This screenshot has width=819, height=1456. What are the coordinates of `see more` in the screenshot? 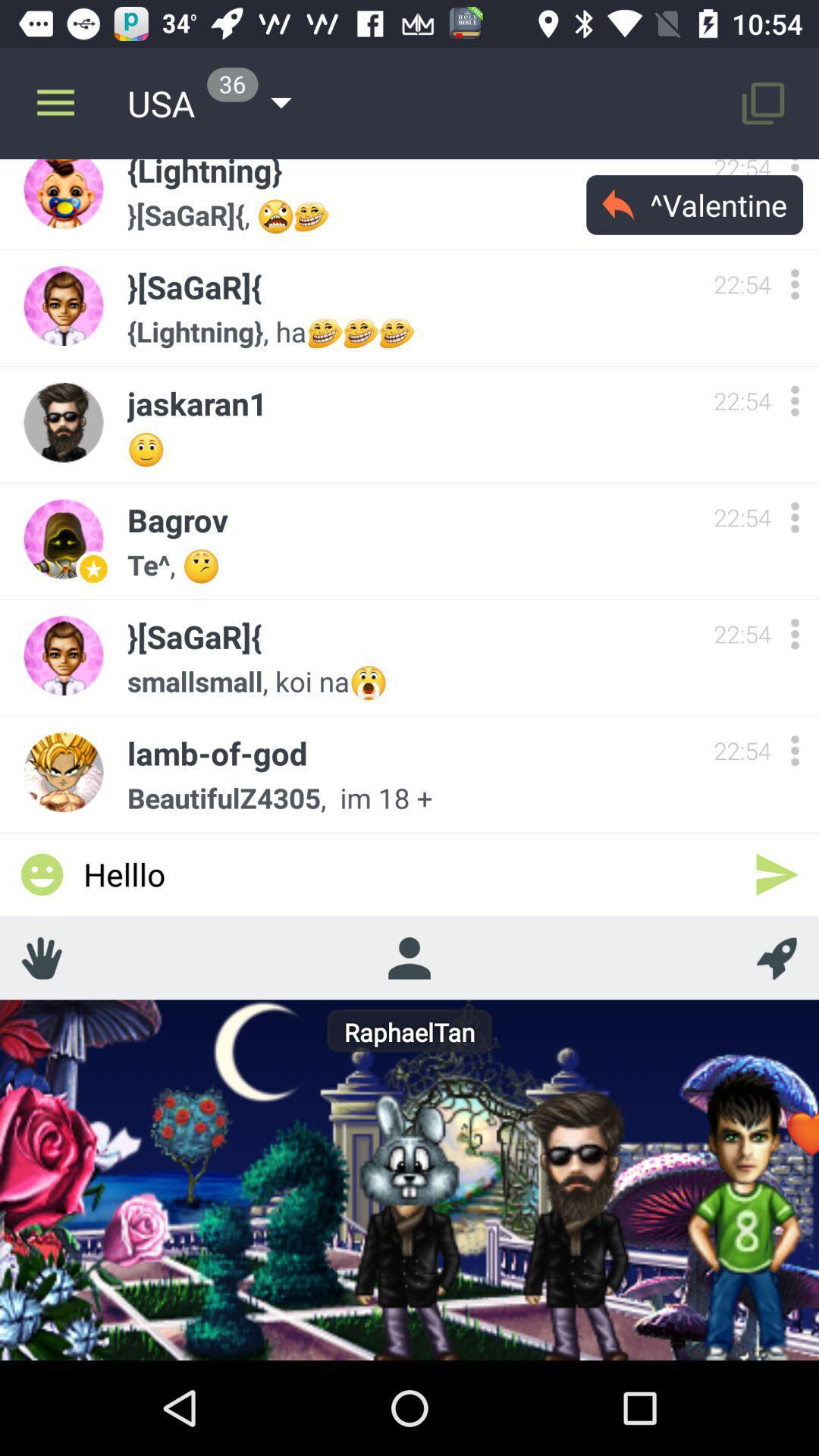 It's located at (794, 634).